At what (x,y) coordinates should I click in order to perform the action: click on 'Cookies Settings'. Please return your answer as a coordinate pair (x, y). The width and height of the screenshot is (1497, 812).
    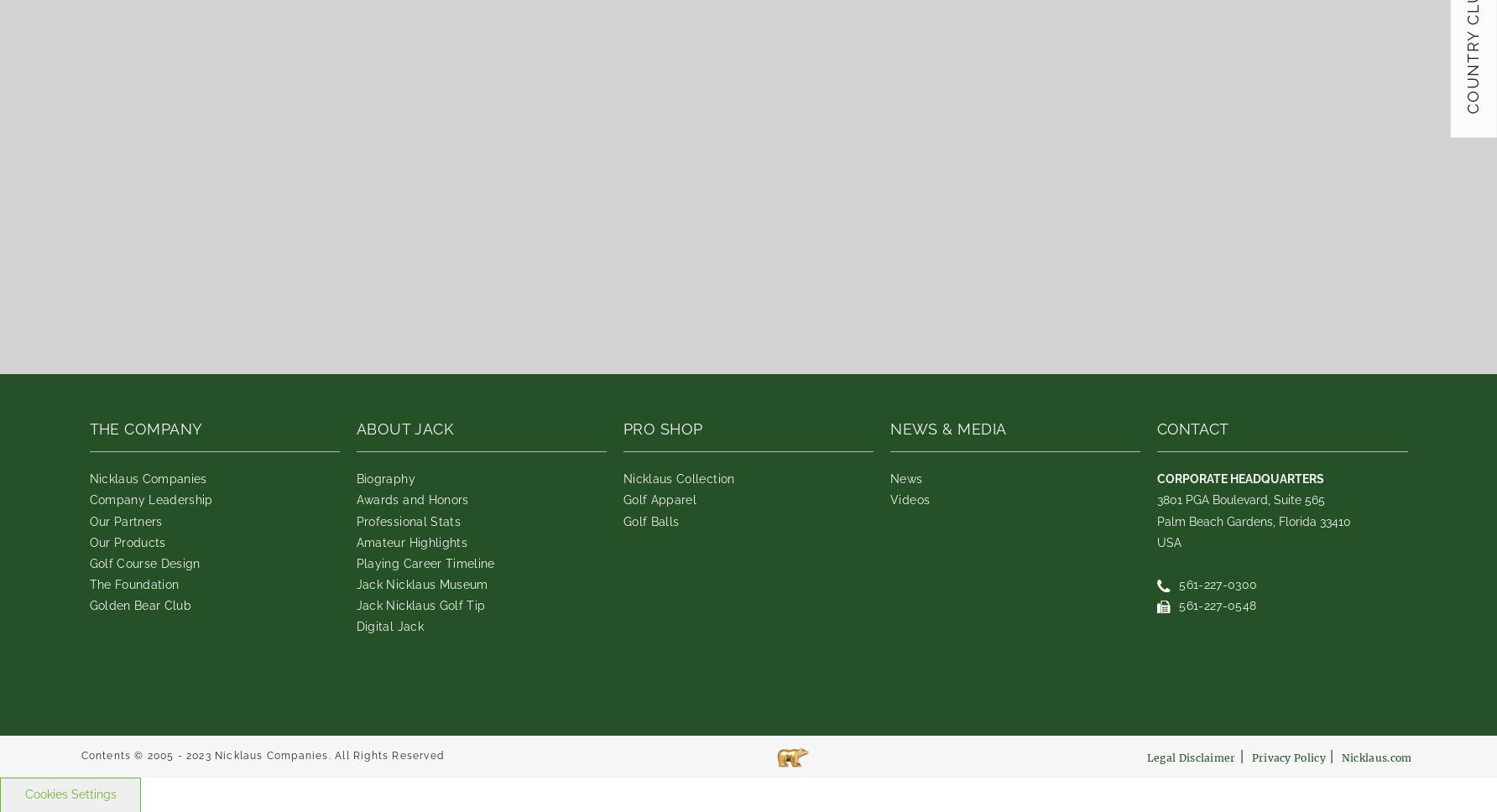
    Looking at the image, I should click on (24, 793).